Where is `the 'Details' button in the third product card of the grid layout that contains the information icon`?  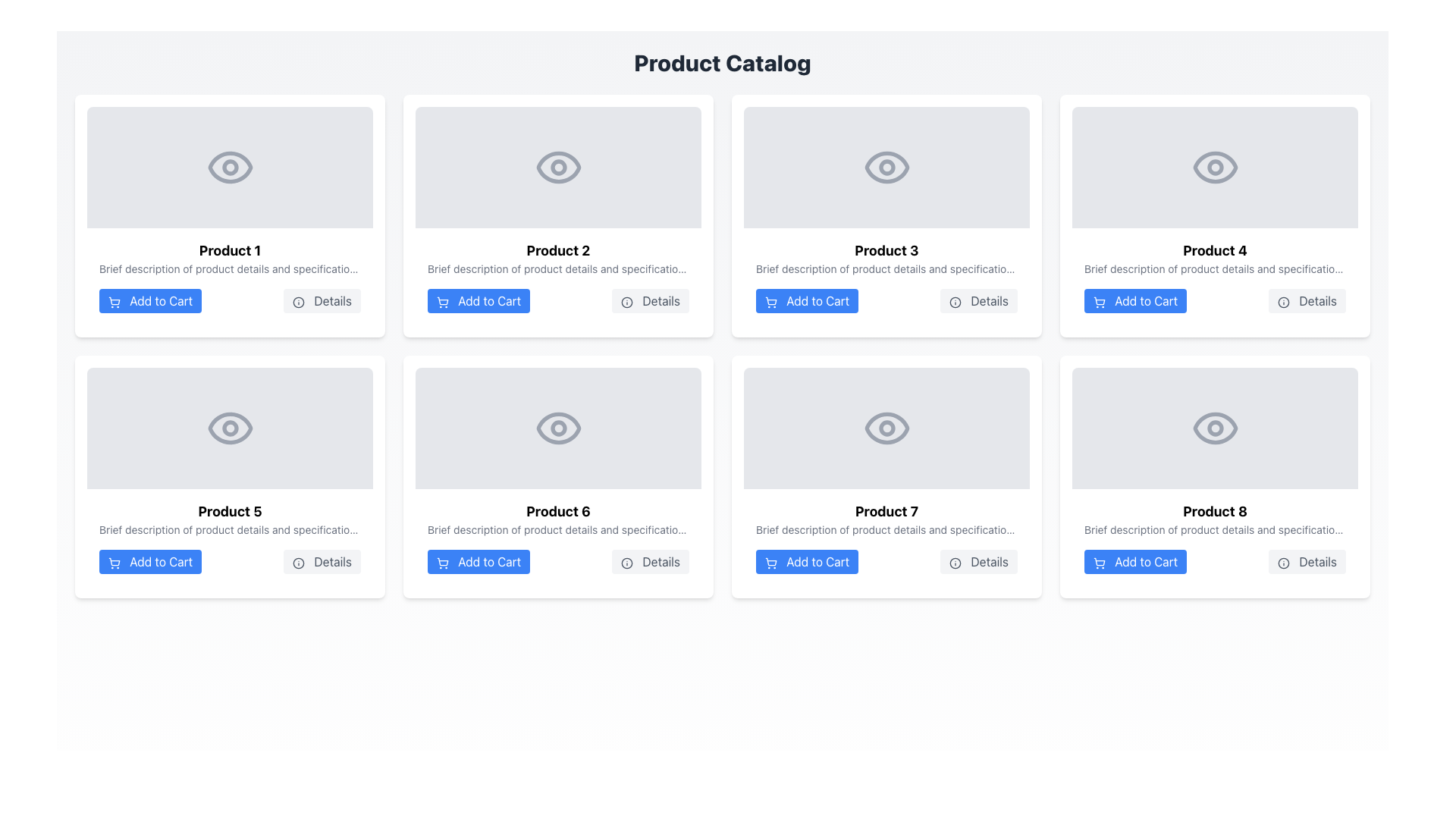
the 'Details' button in the third product card of the grid layout that contains the information icon is located at coordinates (955, 302).